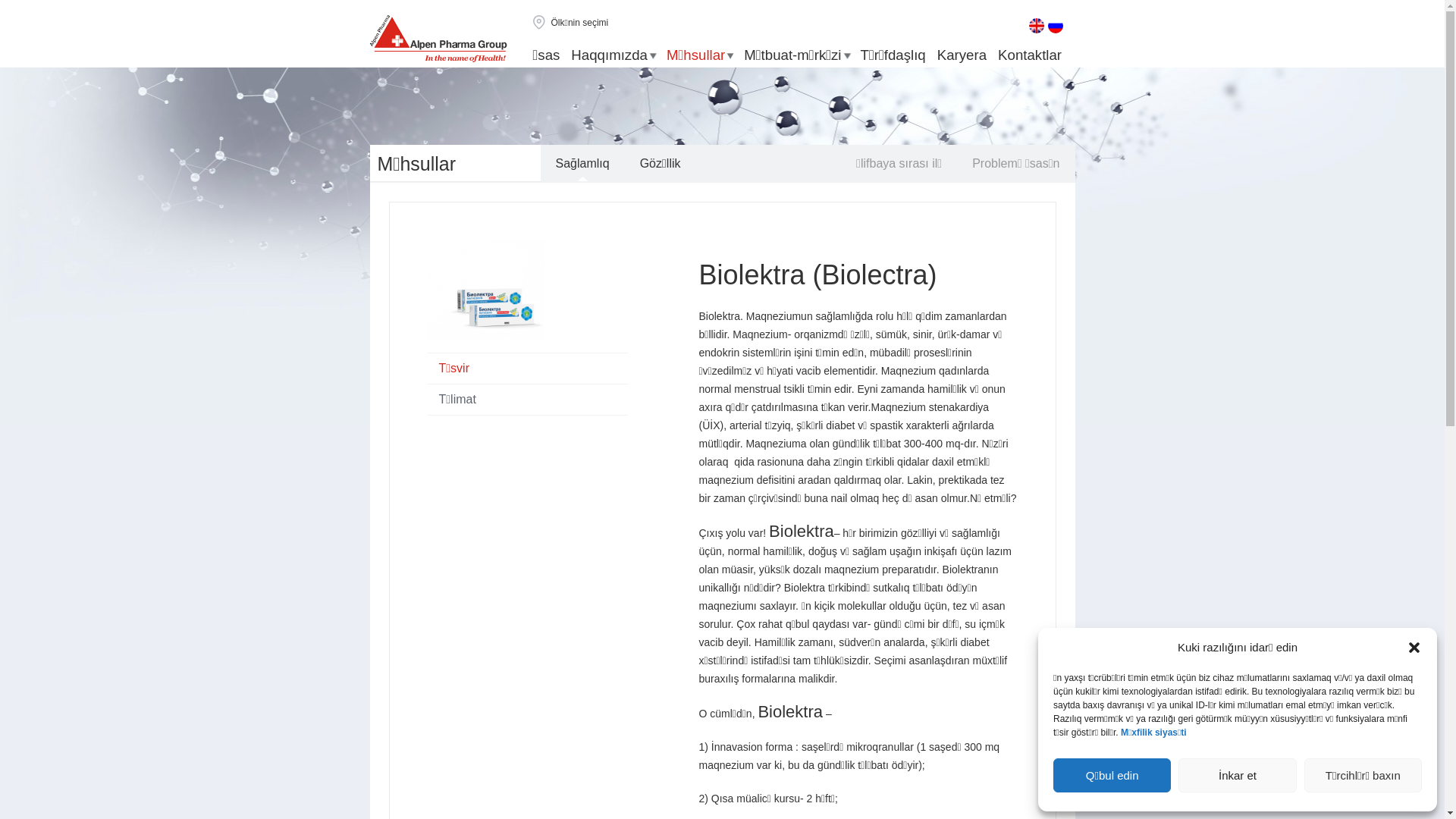  Describe the element at coordinates (997, 55) in the screenshot. I see `'Kontaktlar'` at that location.